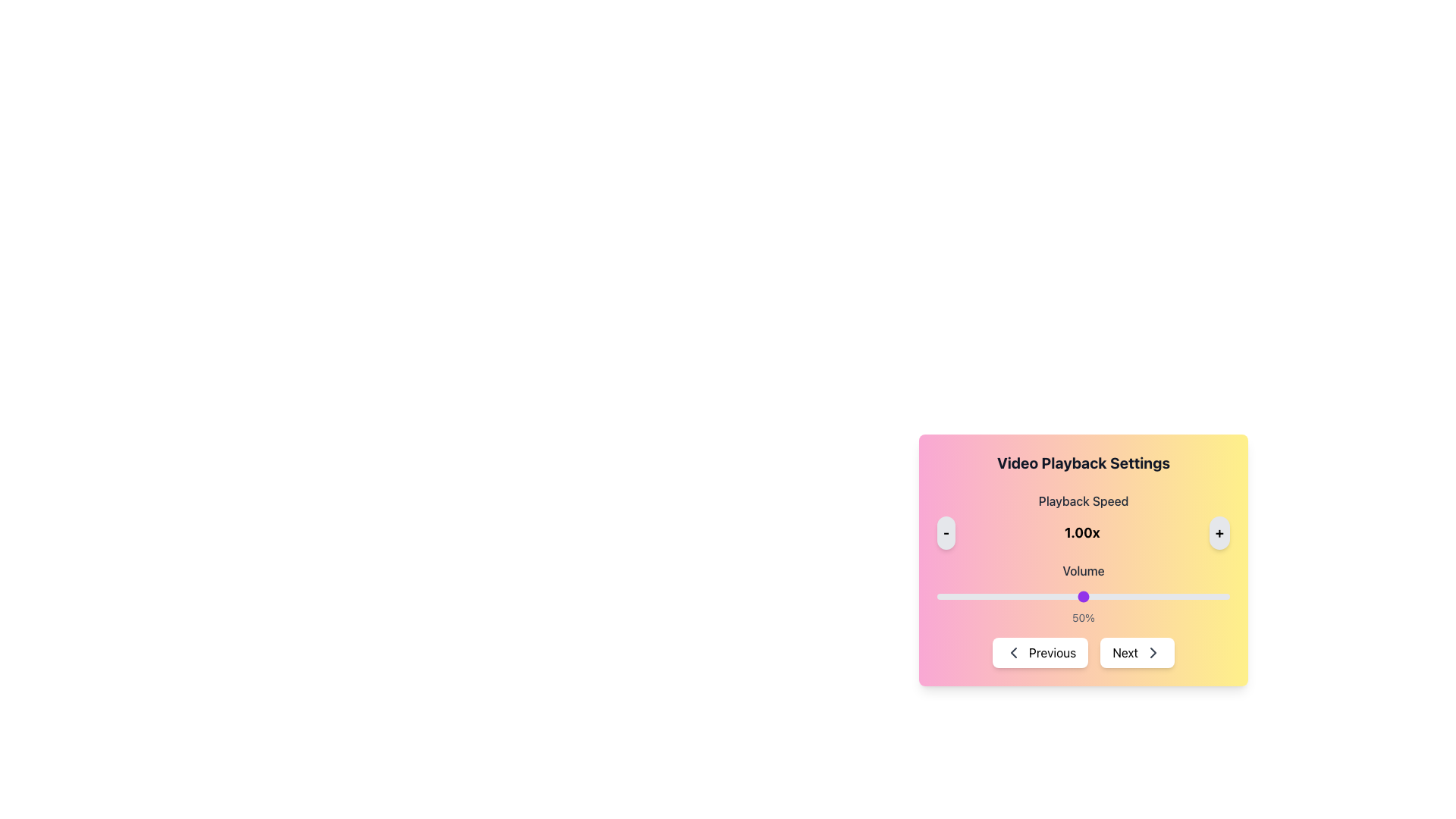 Image resolution: width=1456 pixels, height=819 pixels. What do you see at coordinates (946, 532) in the screenshot?
I see `the decrement button located on the left side of the numeric value display labeled '1.00x' in the 'Playback Speed' section` at bounding box center [946, 532].